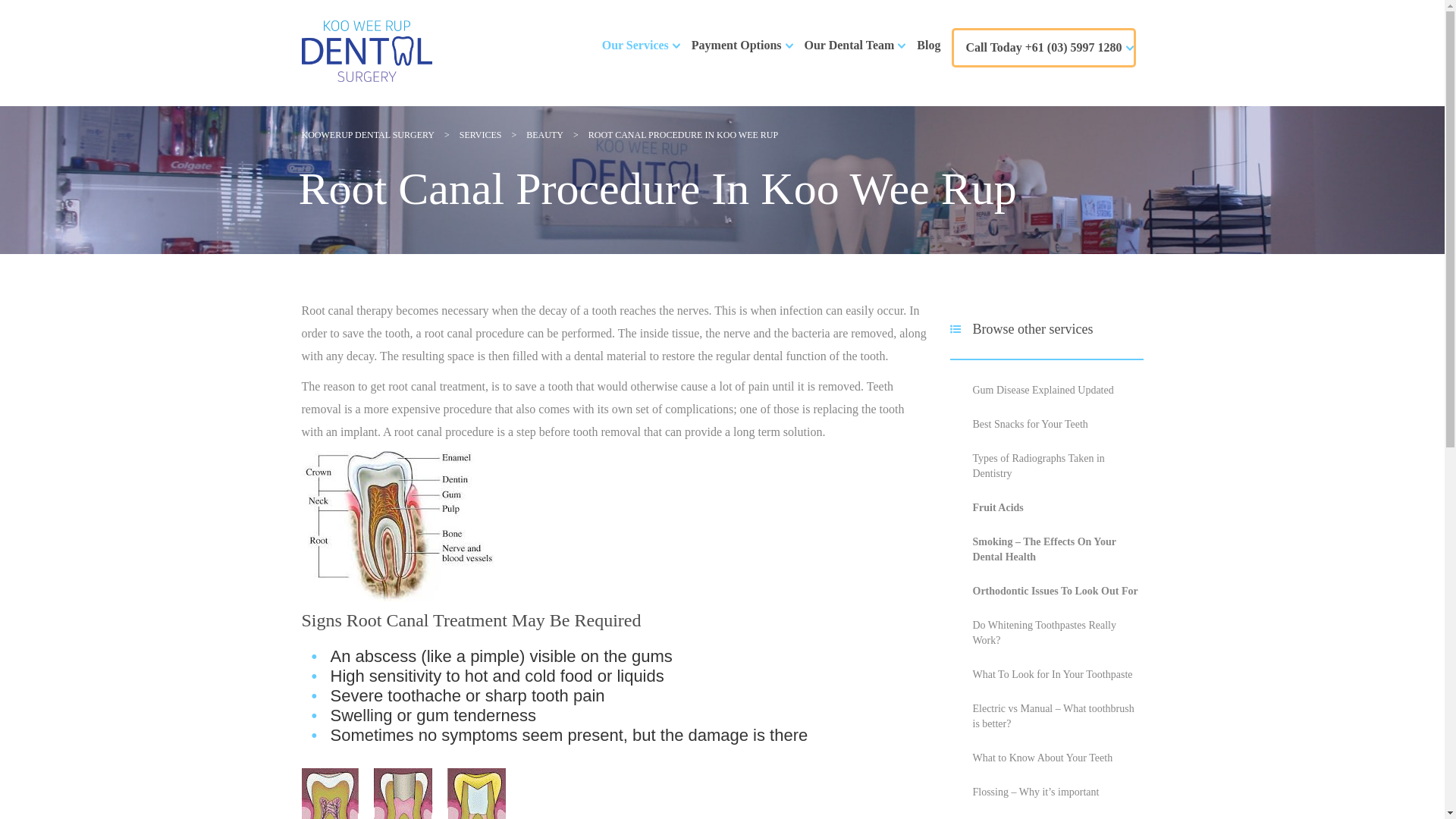 The image size is (1456, 819). What do you see at coordinates (601, 45) in the screenshot?
I see `'Our Services'` at bounding box center [601, 45].